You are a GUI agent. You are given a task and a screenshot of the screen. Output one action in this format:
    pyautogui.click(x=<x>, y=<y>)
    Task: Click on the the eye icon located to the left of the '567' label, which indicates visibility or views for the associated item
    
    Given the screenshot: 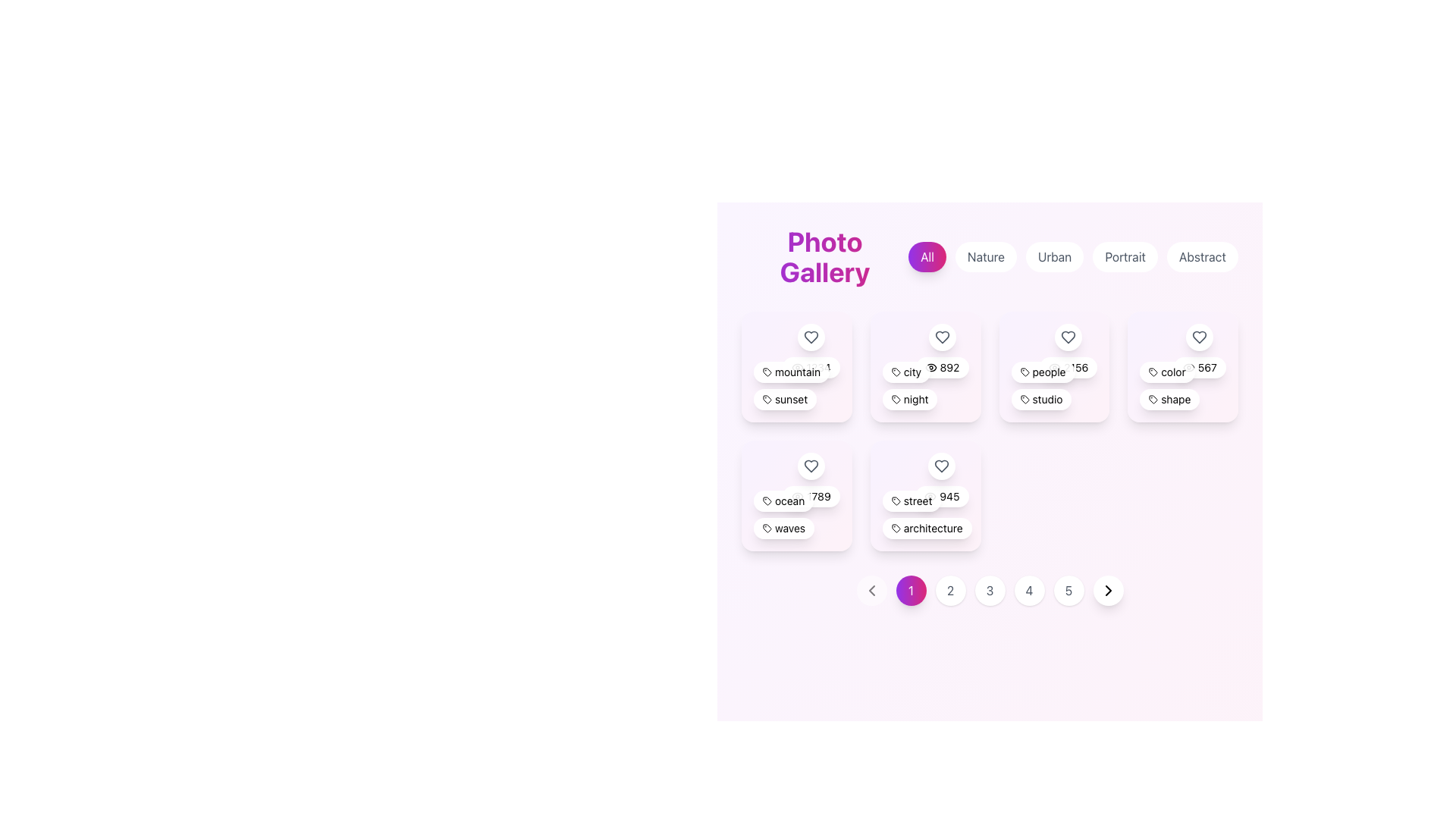 What is the action you would take?
    pyautogui.click(x=1188, y=368)
    